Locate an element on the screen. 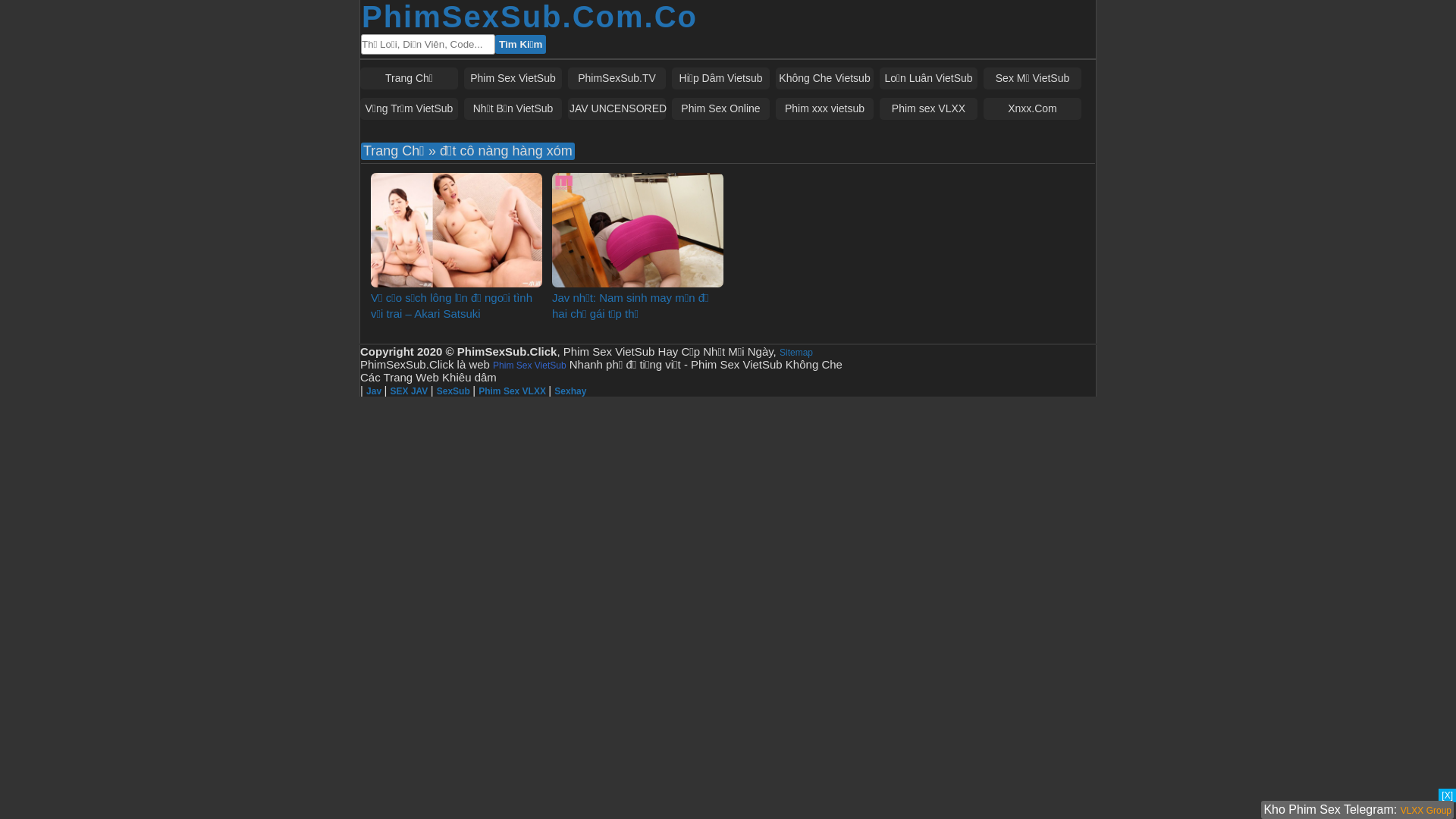 This screenshot has height=819, width=1456. 'Phim sex VLXX' is located at coordinates (927, 108).